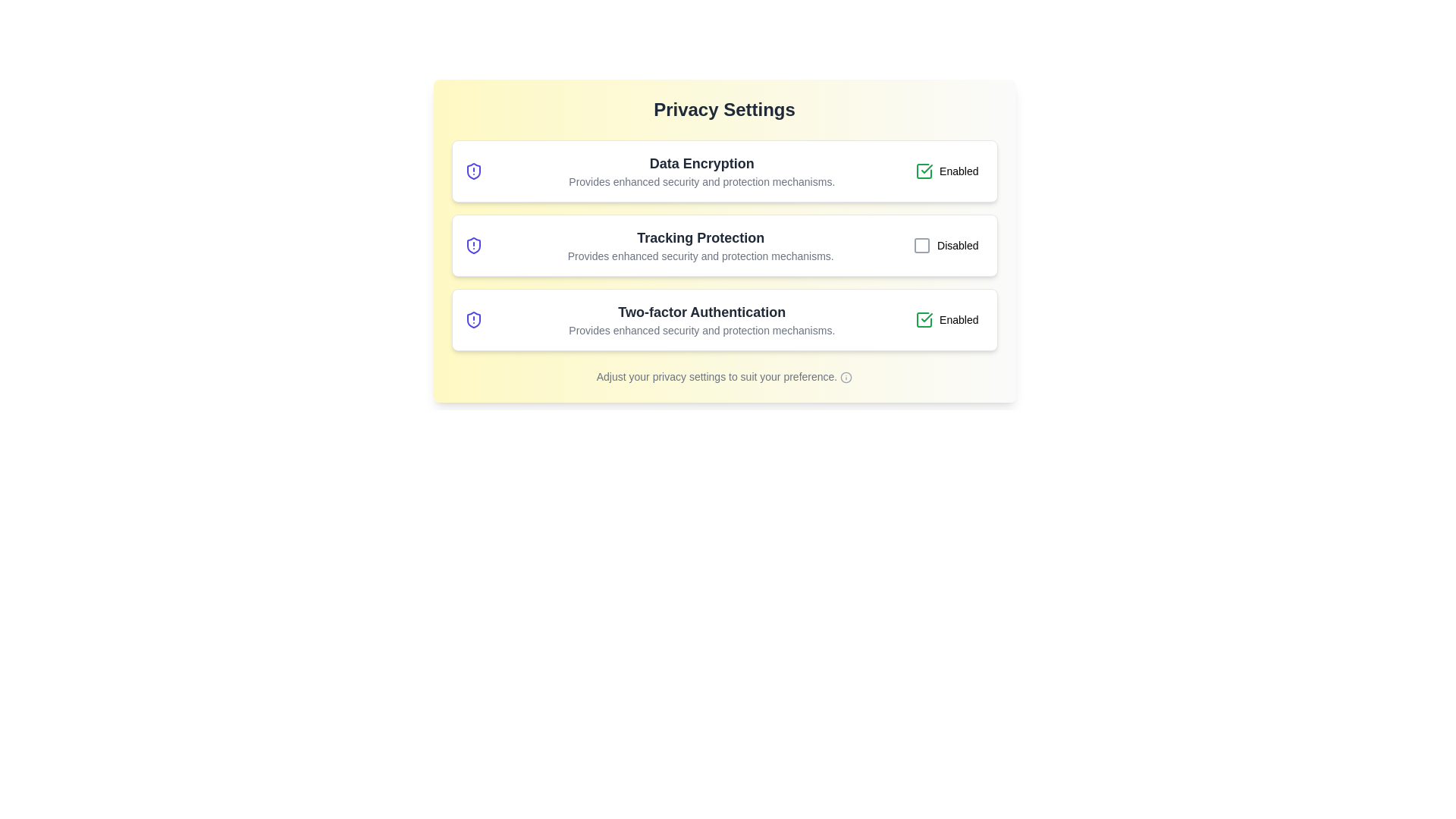 This screenshot has width=1456, height=819. What do you see at coordinates (723, 171) in the screenshot?
I see `the first list item in the 'Privacy Settings' section, which features a dark blue shield icon on the left, bold 'Data Encryption' text in the center, and a green 'Enabled' checkbox on the right` at bounding box center [723, 171].